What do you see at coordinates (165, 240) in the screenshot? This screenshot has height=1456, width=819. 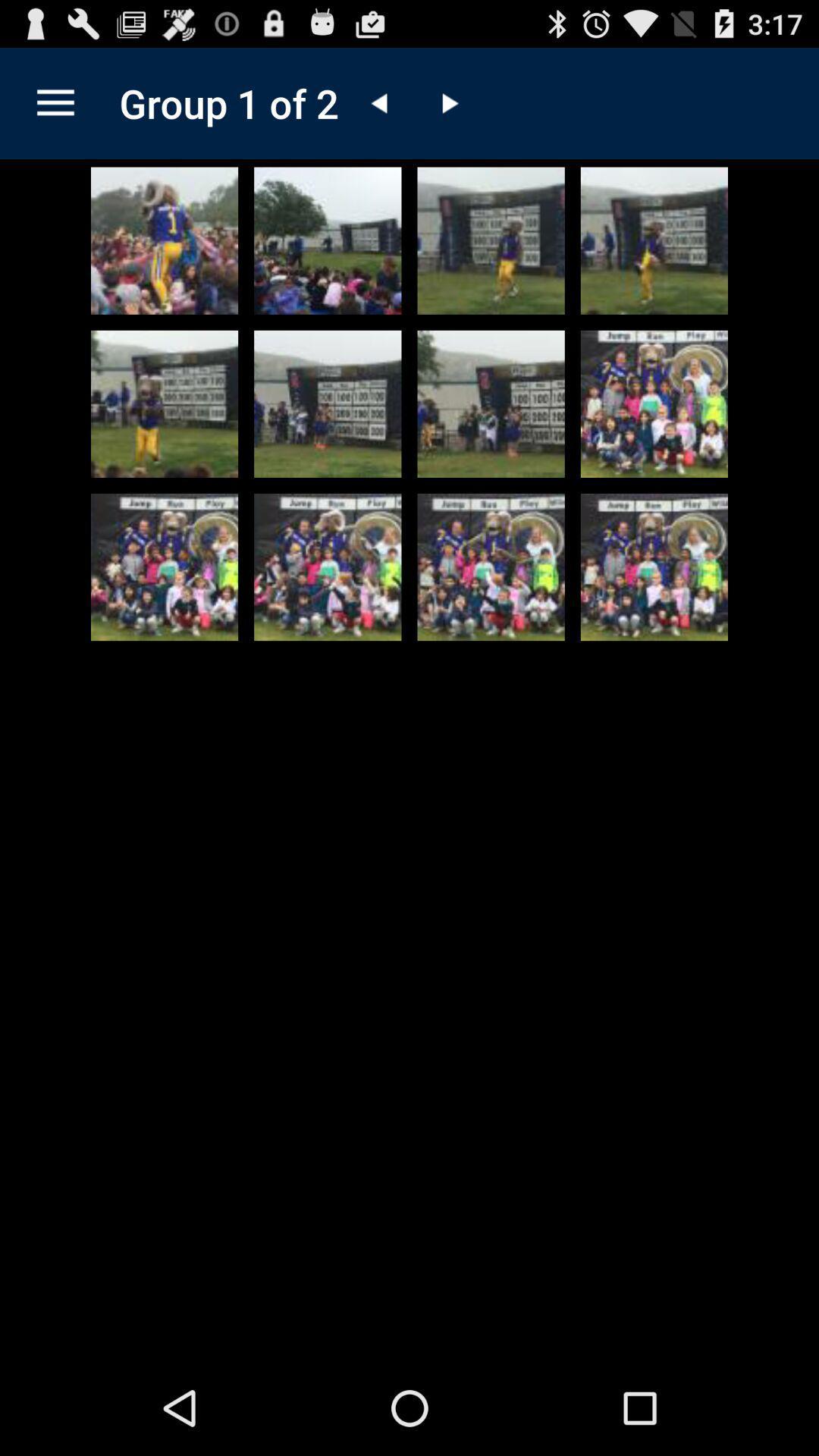 I see `enlarge image` at bounding box center [165, 240].